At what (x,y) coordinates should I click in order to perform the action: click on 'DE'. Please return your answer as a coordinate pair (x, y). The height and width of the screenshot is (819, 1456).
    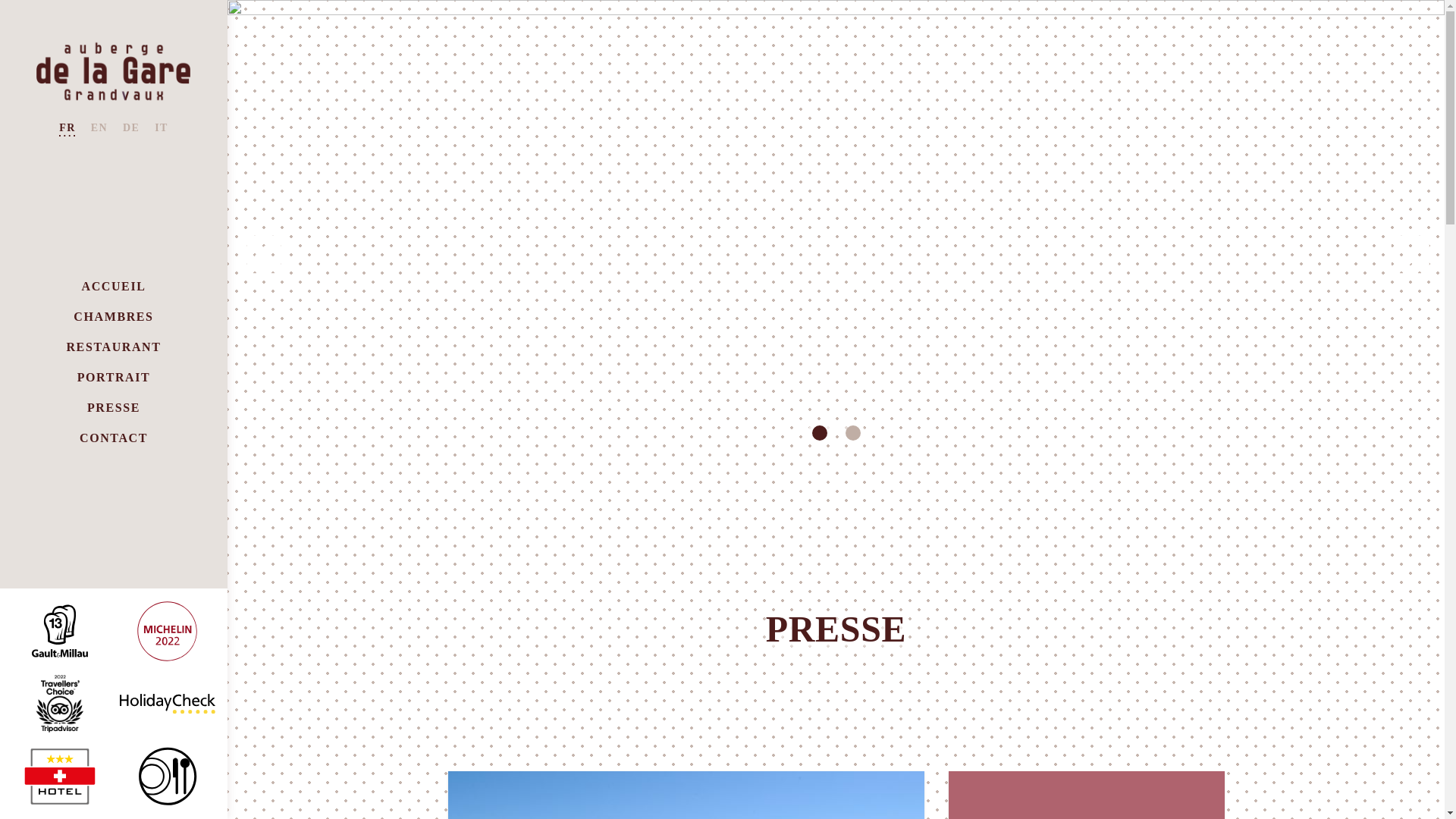
    Looking at the image, I should click on (130, 127).